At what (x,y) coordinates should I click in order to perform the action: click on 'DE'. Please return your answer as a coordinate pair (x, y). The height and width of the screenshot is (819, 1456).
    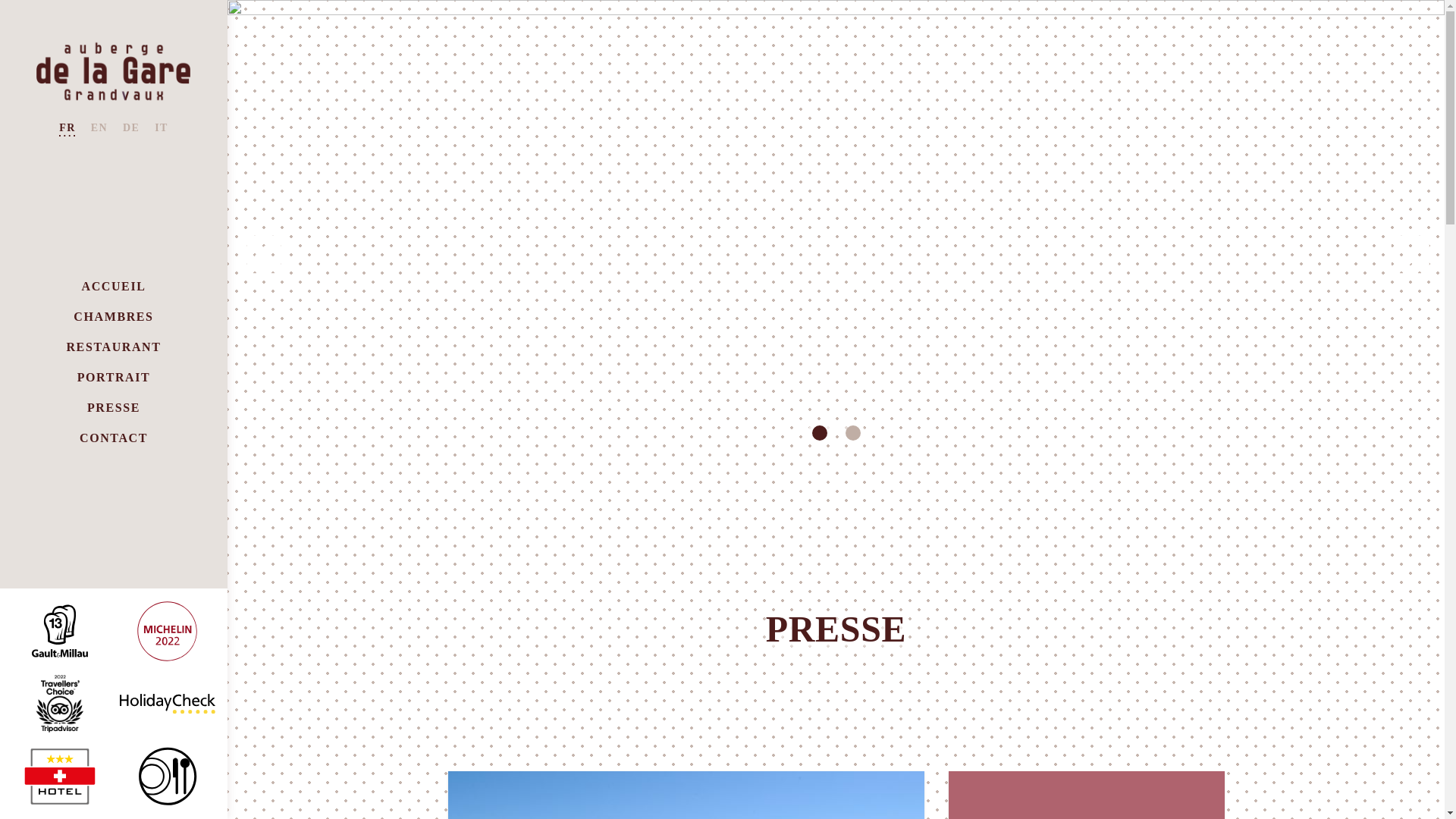
    Looking at the image, I should click on (130, 127).